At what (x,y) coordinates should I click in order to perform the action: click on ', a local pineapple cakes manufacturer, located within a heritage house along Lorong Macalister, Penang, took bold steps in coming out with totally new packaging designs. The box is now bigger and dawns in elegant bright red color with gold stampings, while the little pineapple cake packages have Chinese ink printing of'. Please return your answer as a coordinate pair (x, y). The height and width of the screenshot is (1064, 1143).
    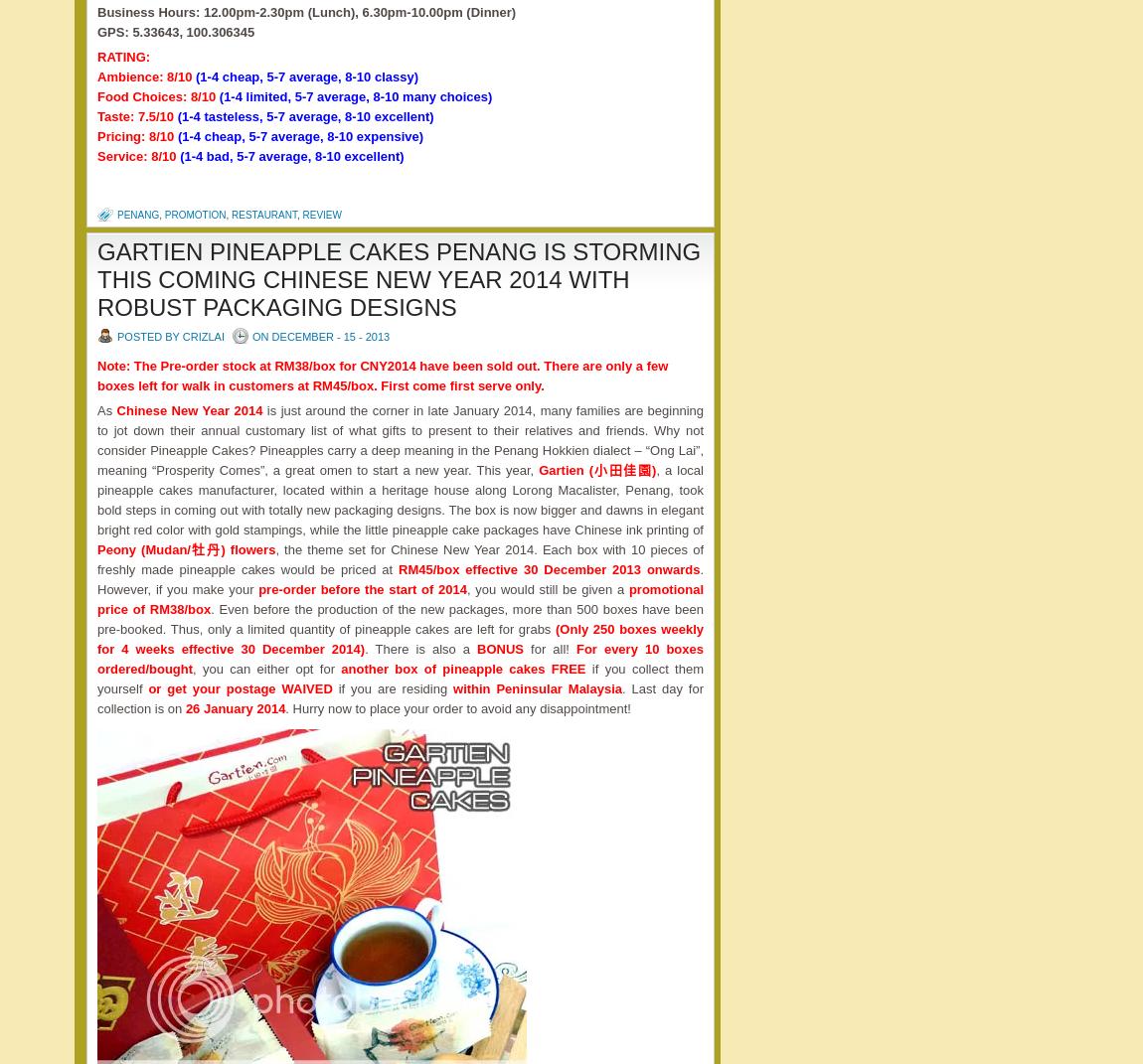
    Looking at the image, I should click on (400, 499).